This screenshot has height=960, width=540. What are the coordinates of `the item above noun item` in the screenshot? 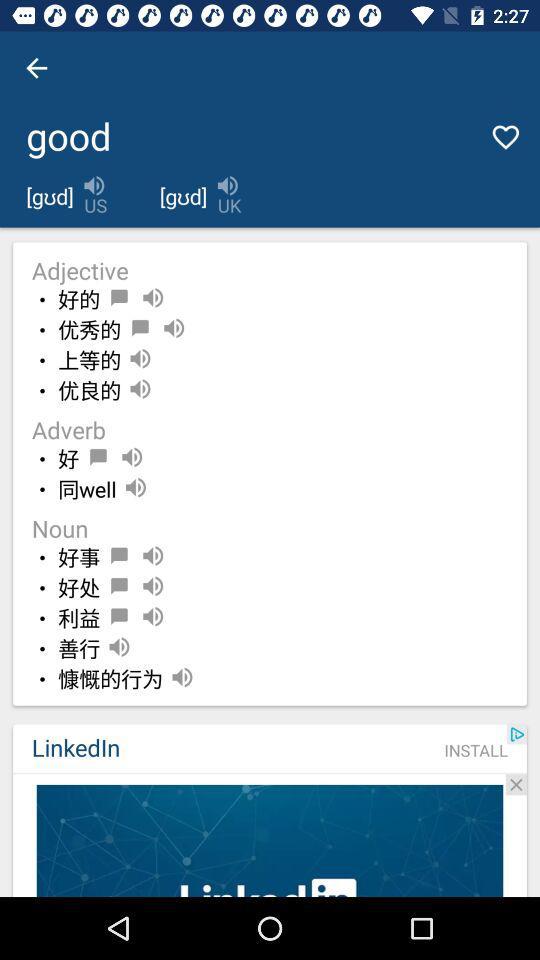 It's located at (86, 489).